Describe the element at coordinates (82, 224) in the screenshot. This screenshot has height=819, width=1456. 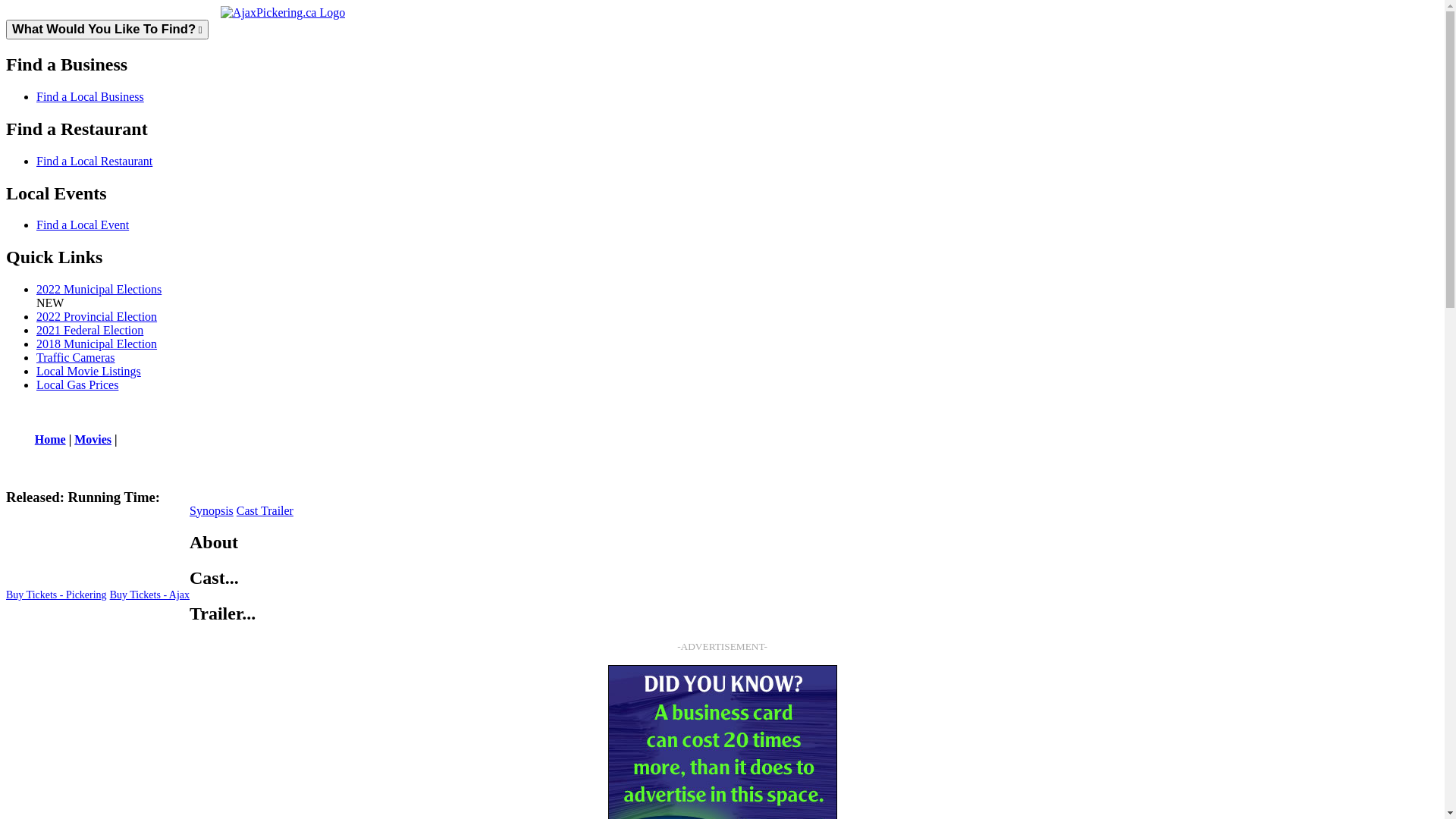
I see `'Find a Local Event'` at that location.